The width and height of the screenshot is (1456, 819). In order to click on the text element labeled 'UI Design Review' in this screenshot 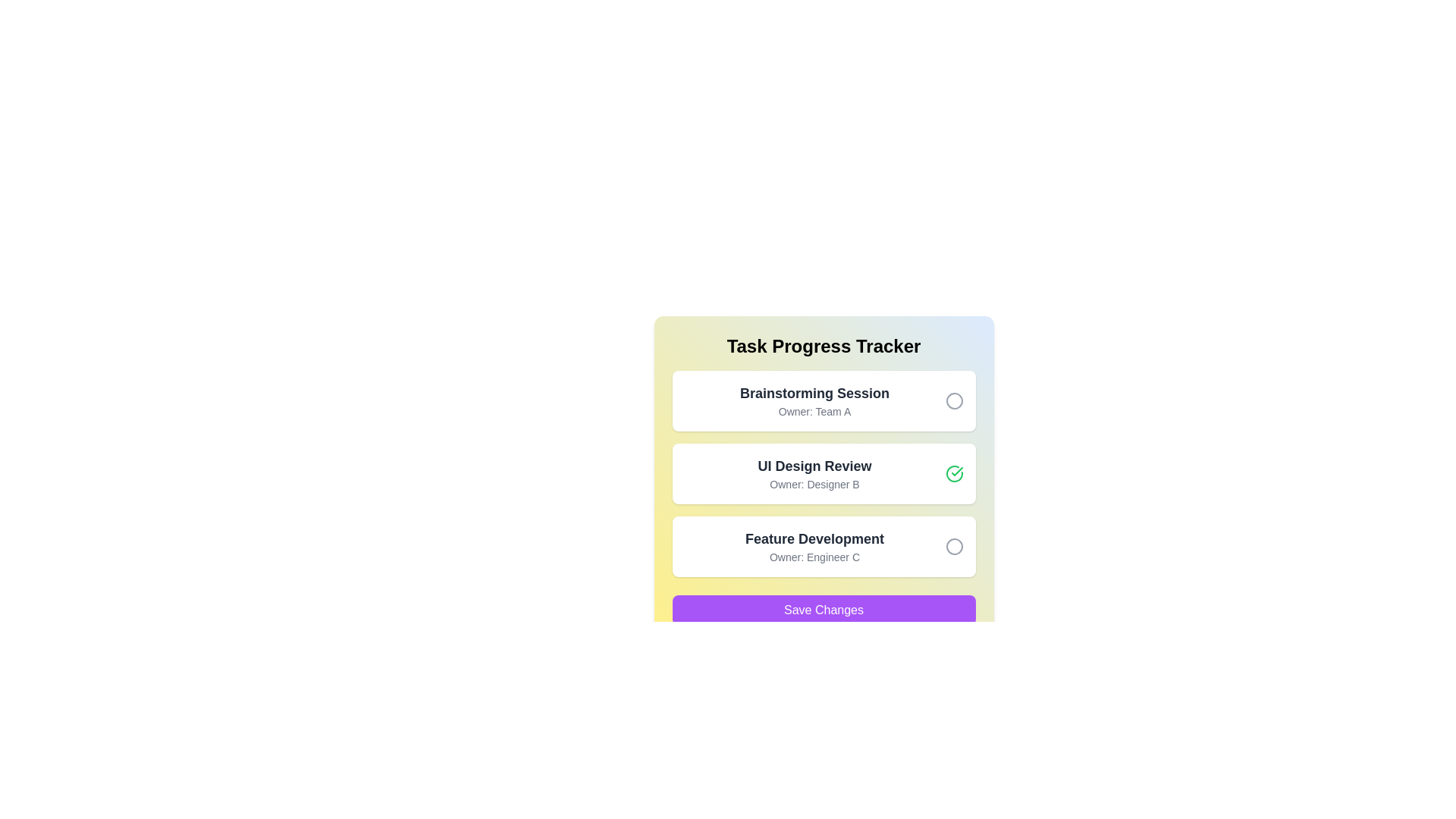, I will do `click(814, 465)`.